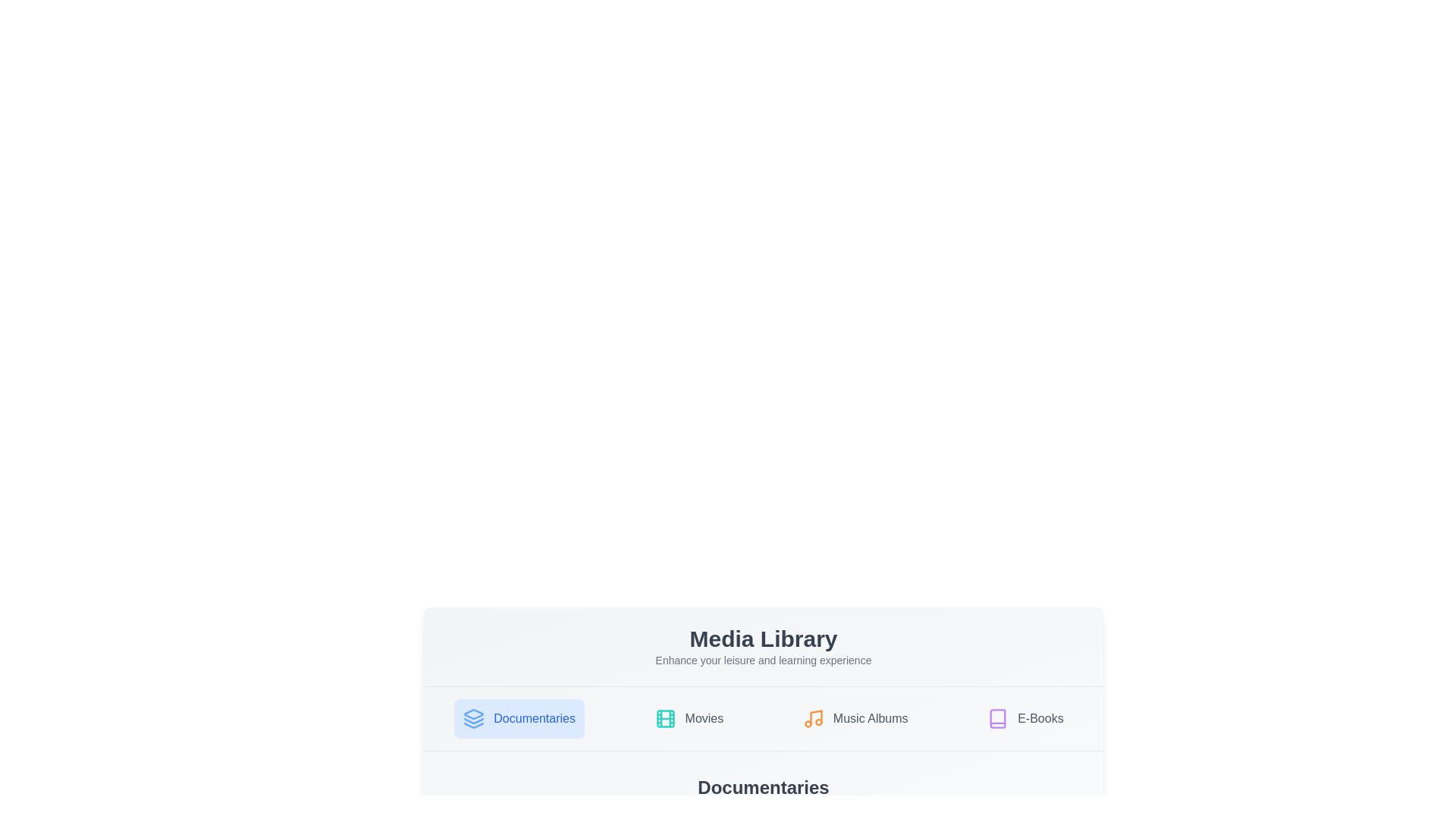  I want to click on the tab labeled Documentaries, so click(519, 718).